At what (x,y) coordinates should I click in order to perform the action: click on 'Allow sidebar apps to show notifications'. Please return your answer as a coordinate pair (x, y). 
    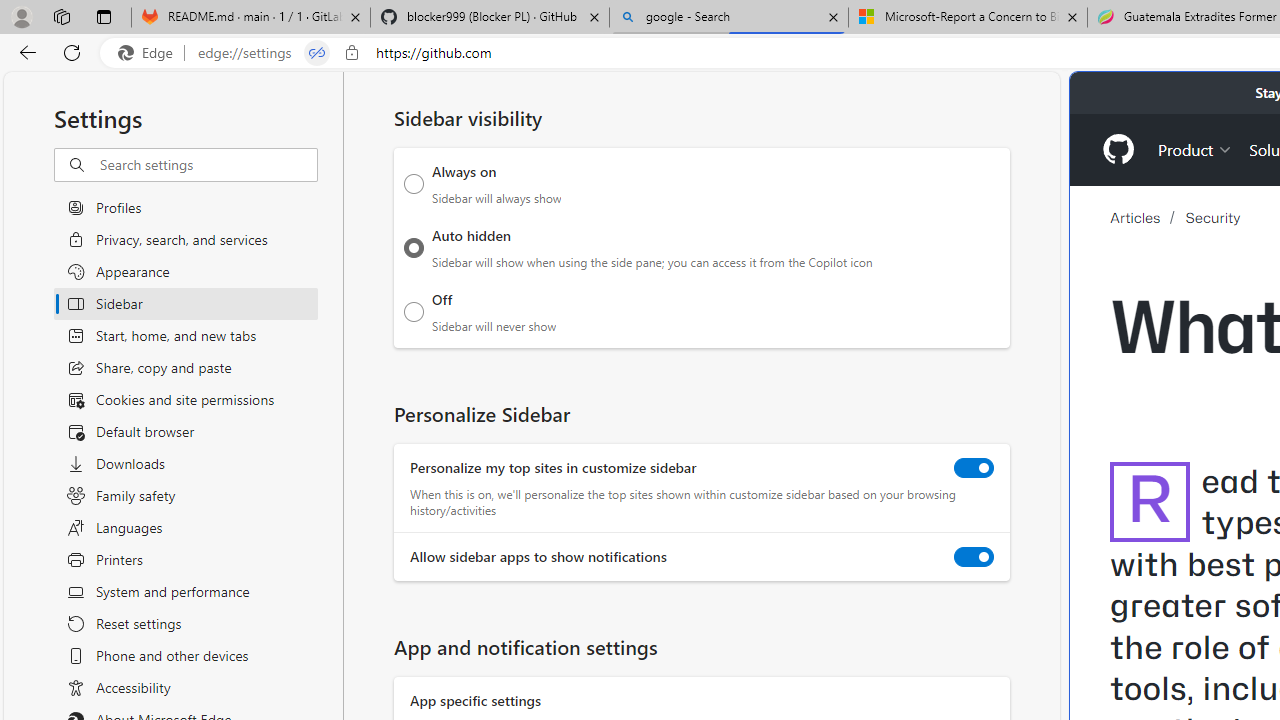
    Looking at the image, I should click on (974, 557).